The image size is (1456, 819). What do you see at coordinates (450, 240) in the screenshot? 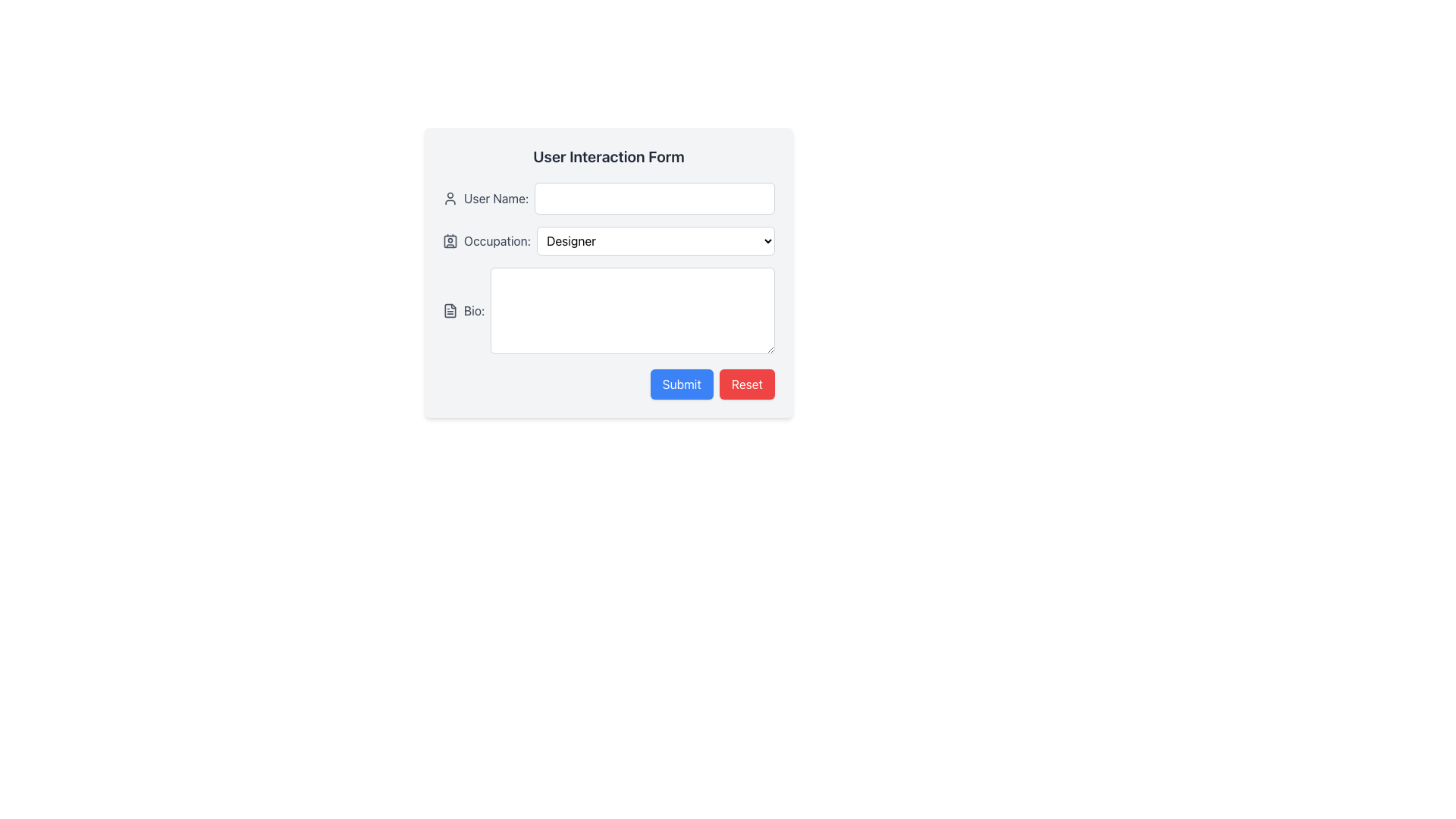
I see `the rectangle UI component that visually represents the 'Occupation' field within the form to enhance its aesthetic appeal` at bounding box center [450, 240].